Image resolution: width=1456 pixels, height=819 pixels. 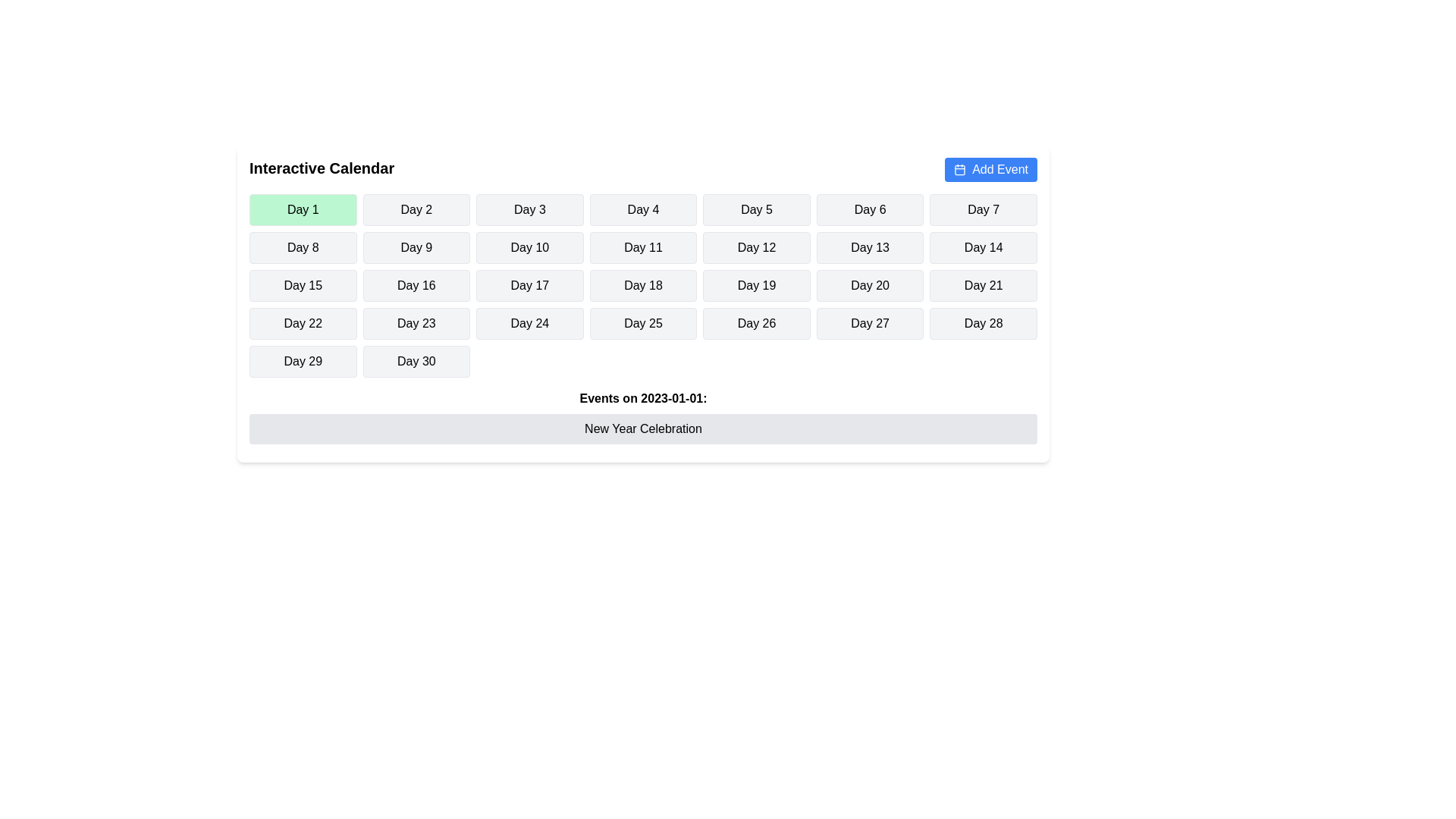 What do you see at coordinates (757, 323) in the screenshot?
I see `the button representing the 26th day in the interactive calendar` at bounding box center [757, 323].